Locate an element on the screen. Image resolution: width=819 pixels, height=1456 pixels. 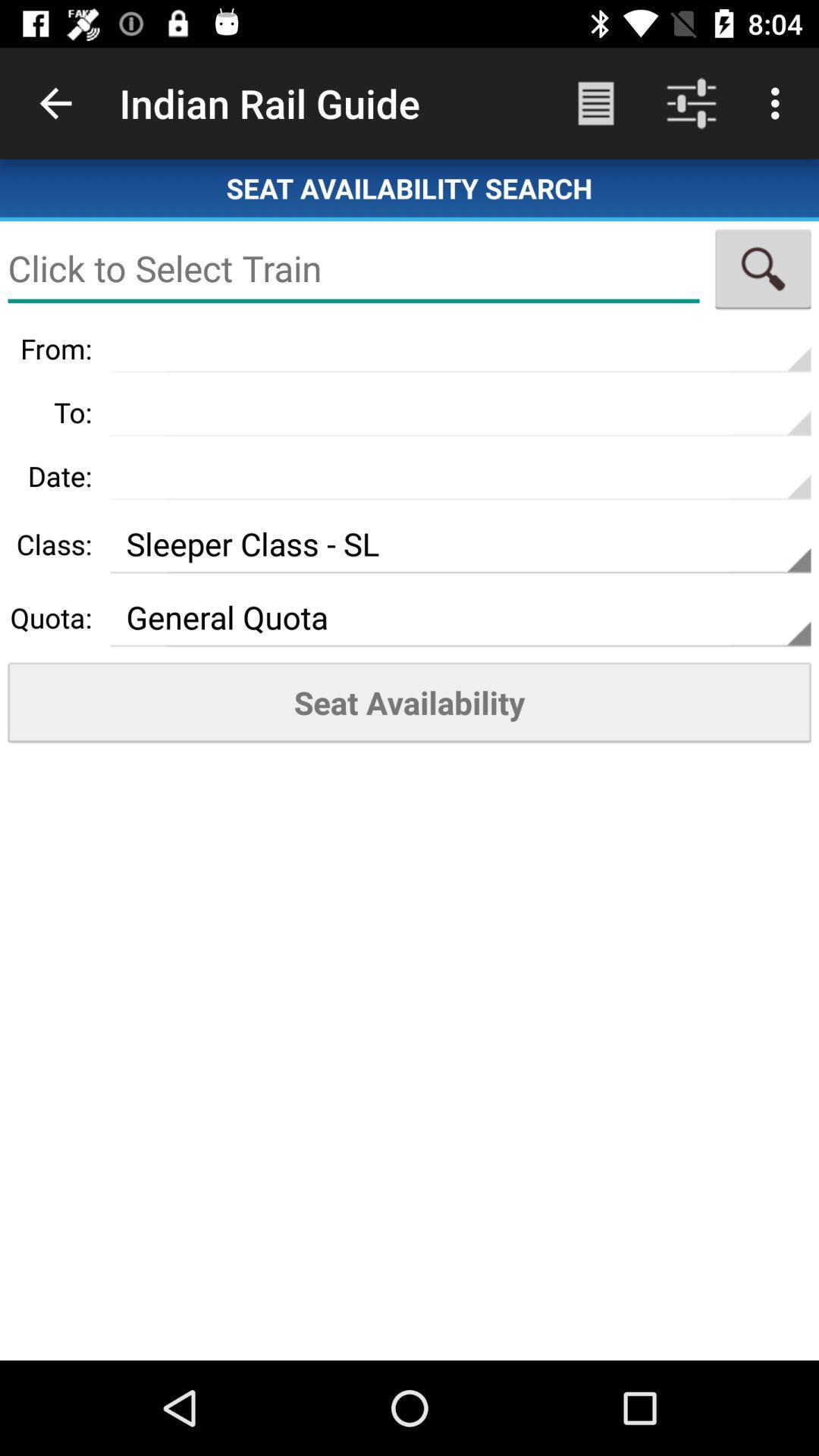
search is located at coordinates (763, 268).